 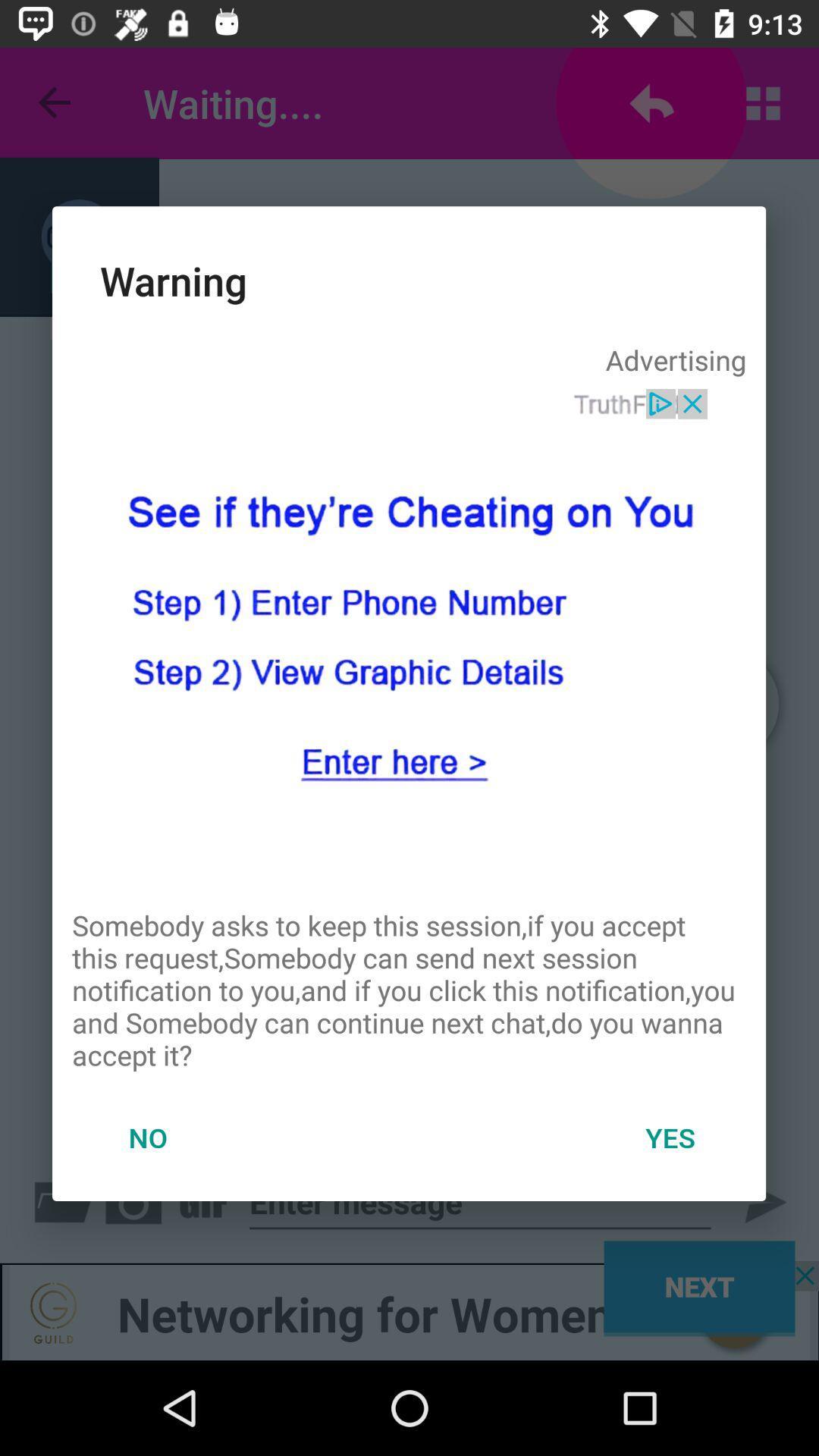 What do you see at coordinates (408, 638) in the screenshot?
I see `click advertisement` at bounding box center [408, 638].